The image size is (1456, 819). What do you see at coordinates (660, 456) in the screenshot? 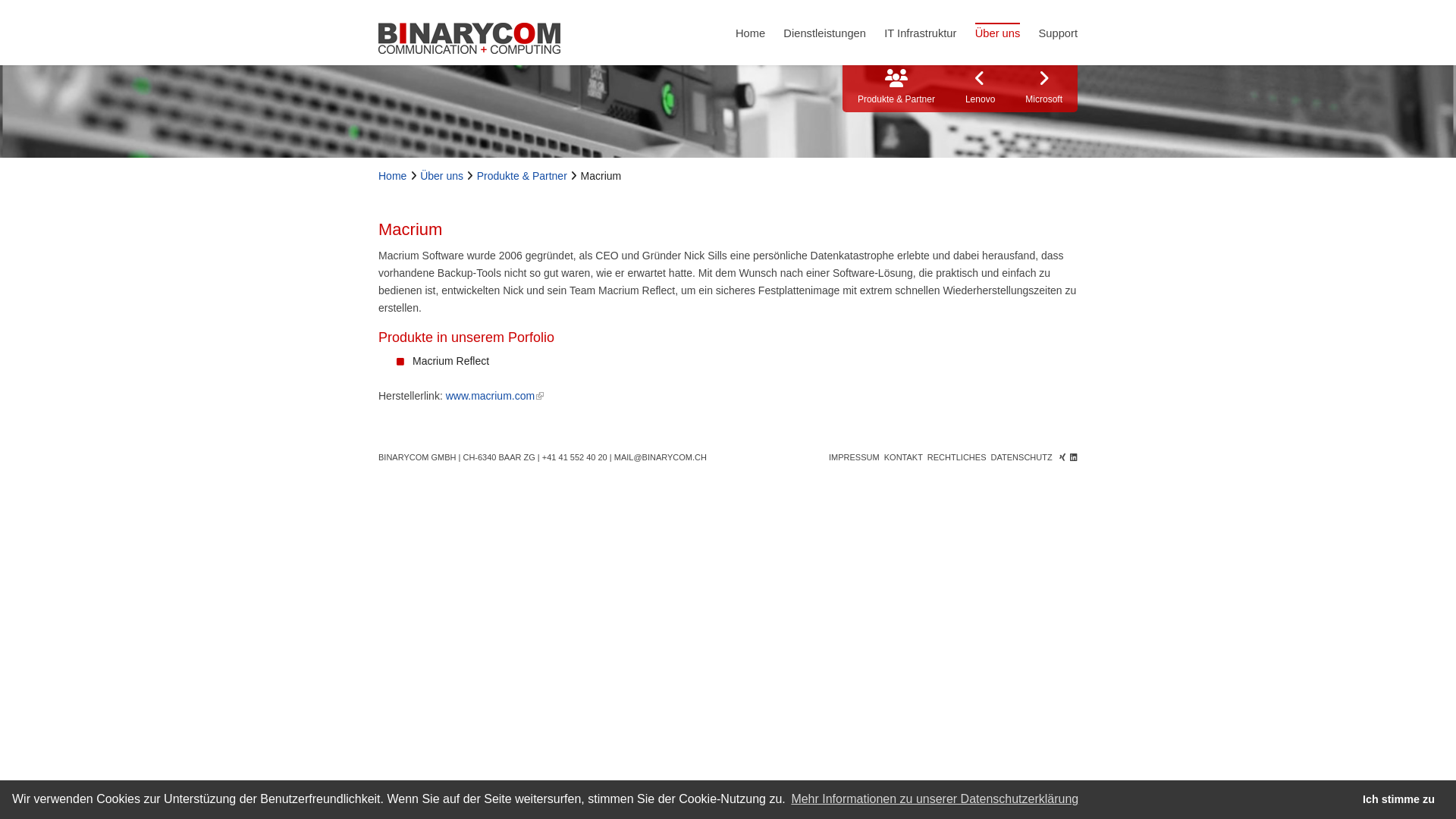
I see `'MAIL@BINARYCOM.CH'` at bounding box center [660, 456].